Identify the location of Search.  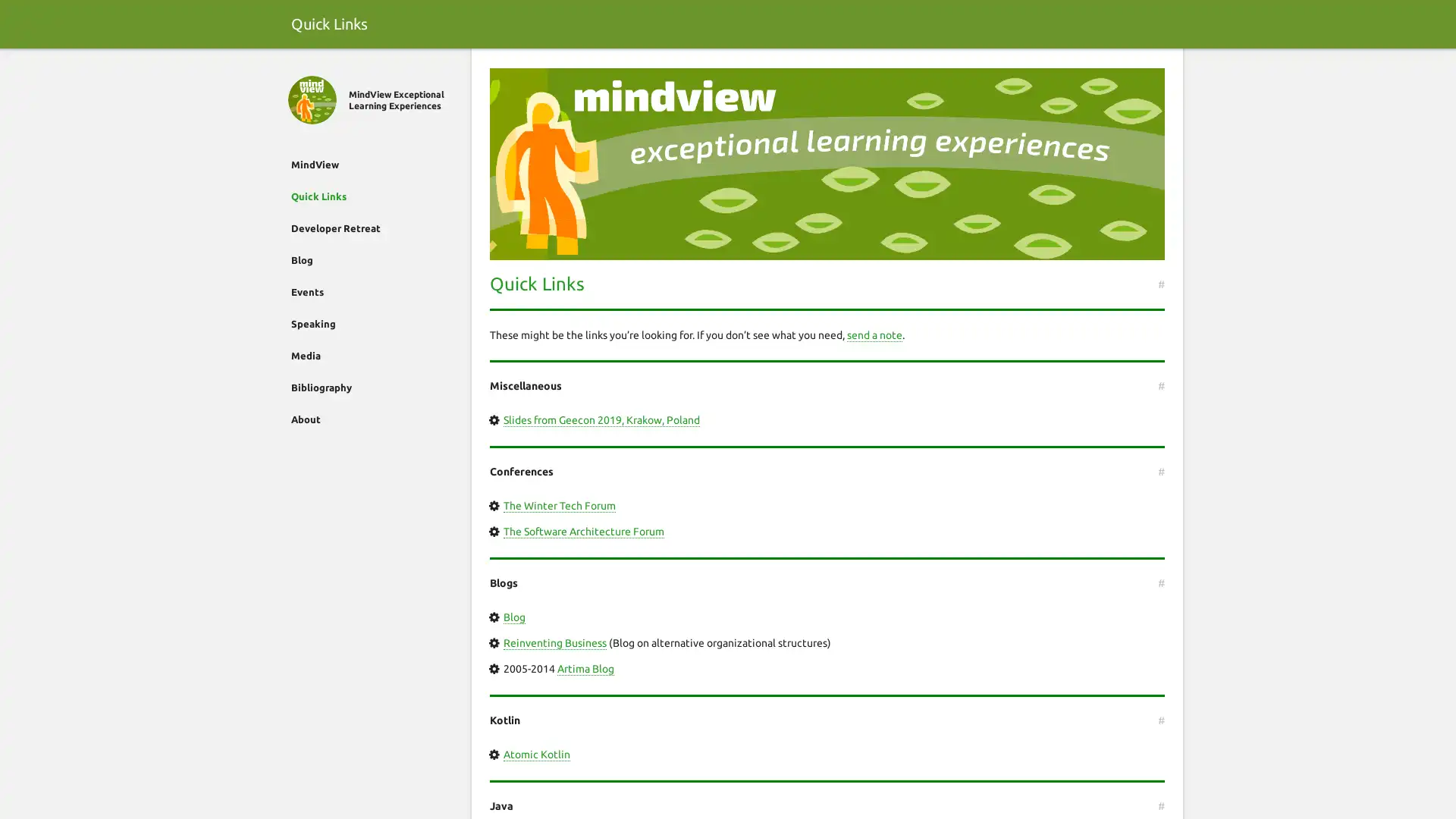
(1157, 66).